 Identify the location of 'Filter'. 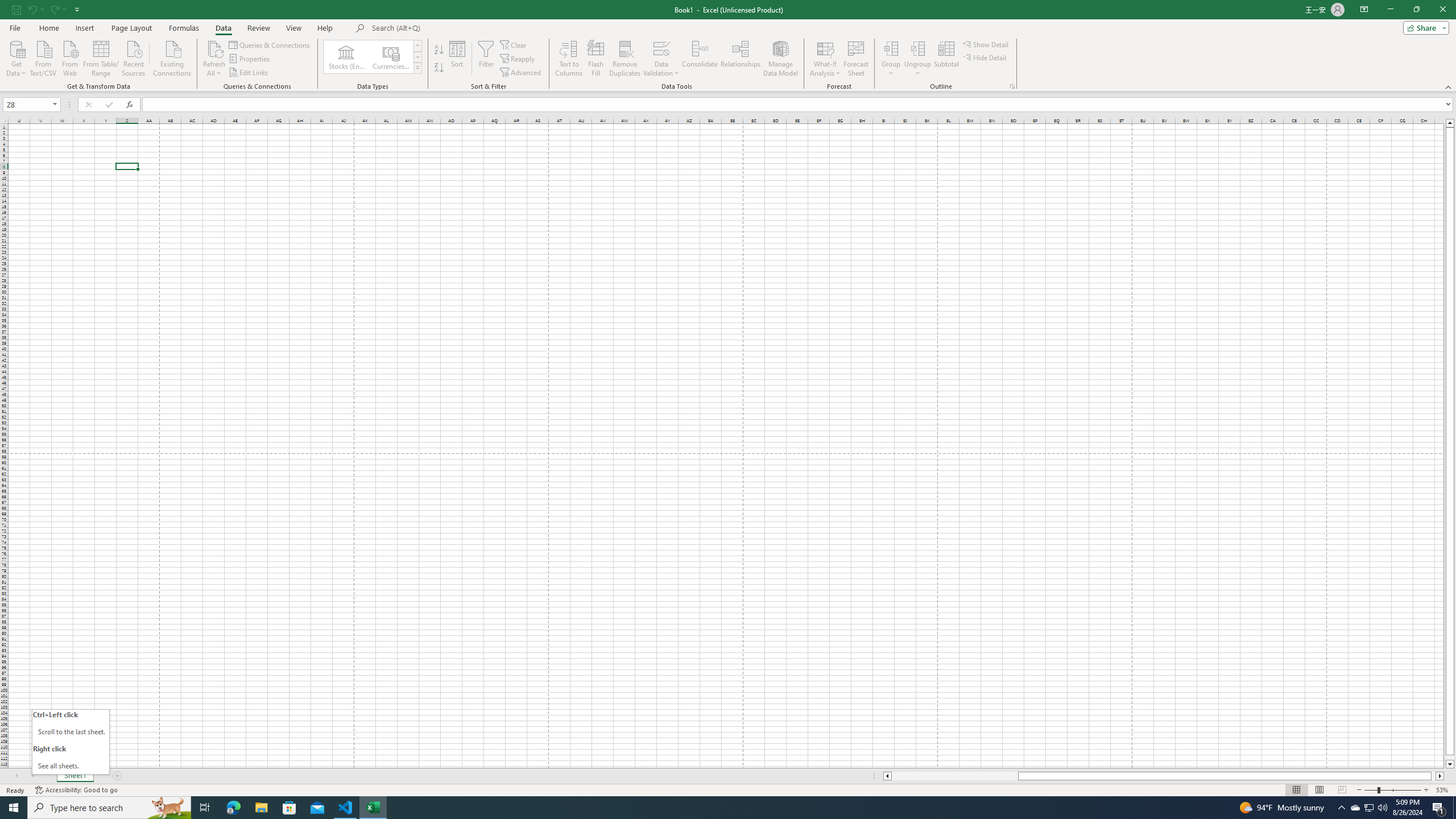
(486, 59).